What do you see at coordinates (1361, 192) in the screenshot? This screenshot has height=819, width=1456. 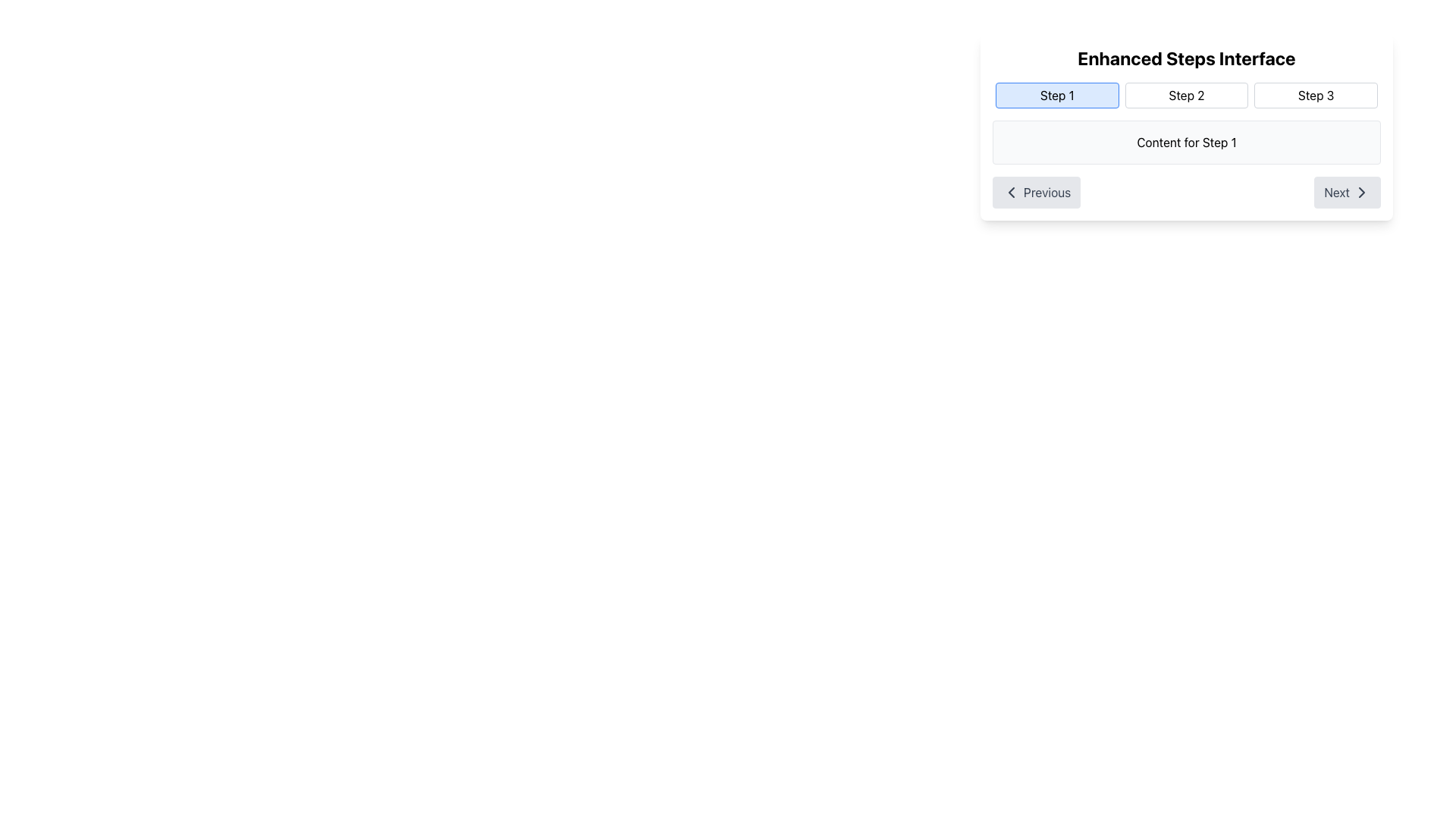 I see `the forward arrow icon located within the 'Next' navigation button, positioned toward the right edge of the button` at bounding box center [1361, 192].